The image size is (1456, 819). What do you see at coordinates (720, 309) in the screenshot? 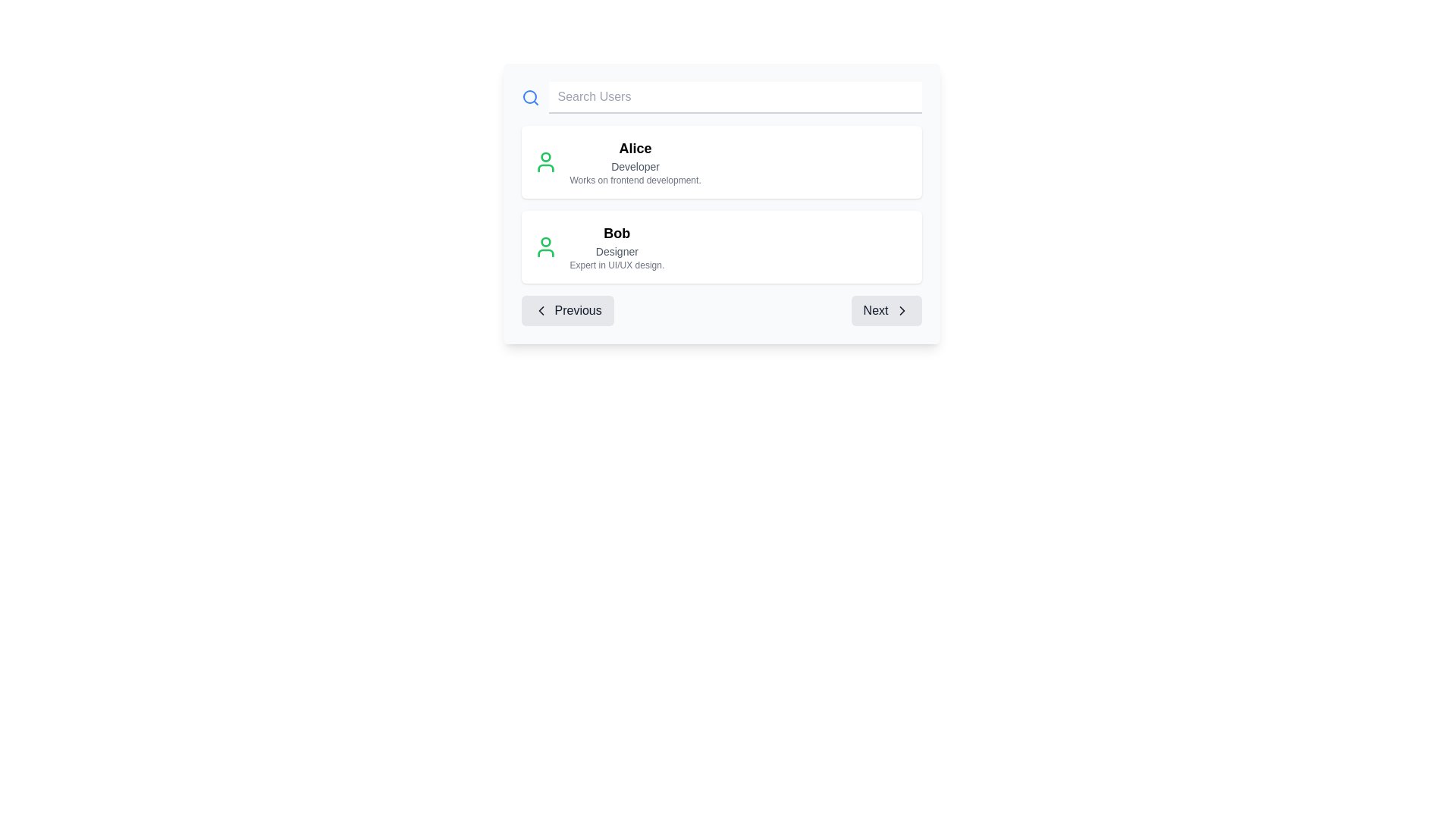
I see `the Pagination controls with buttons` at bounding box center [720, 309].